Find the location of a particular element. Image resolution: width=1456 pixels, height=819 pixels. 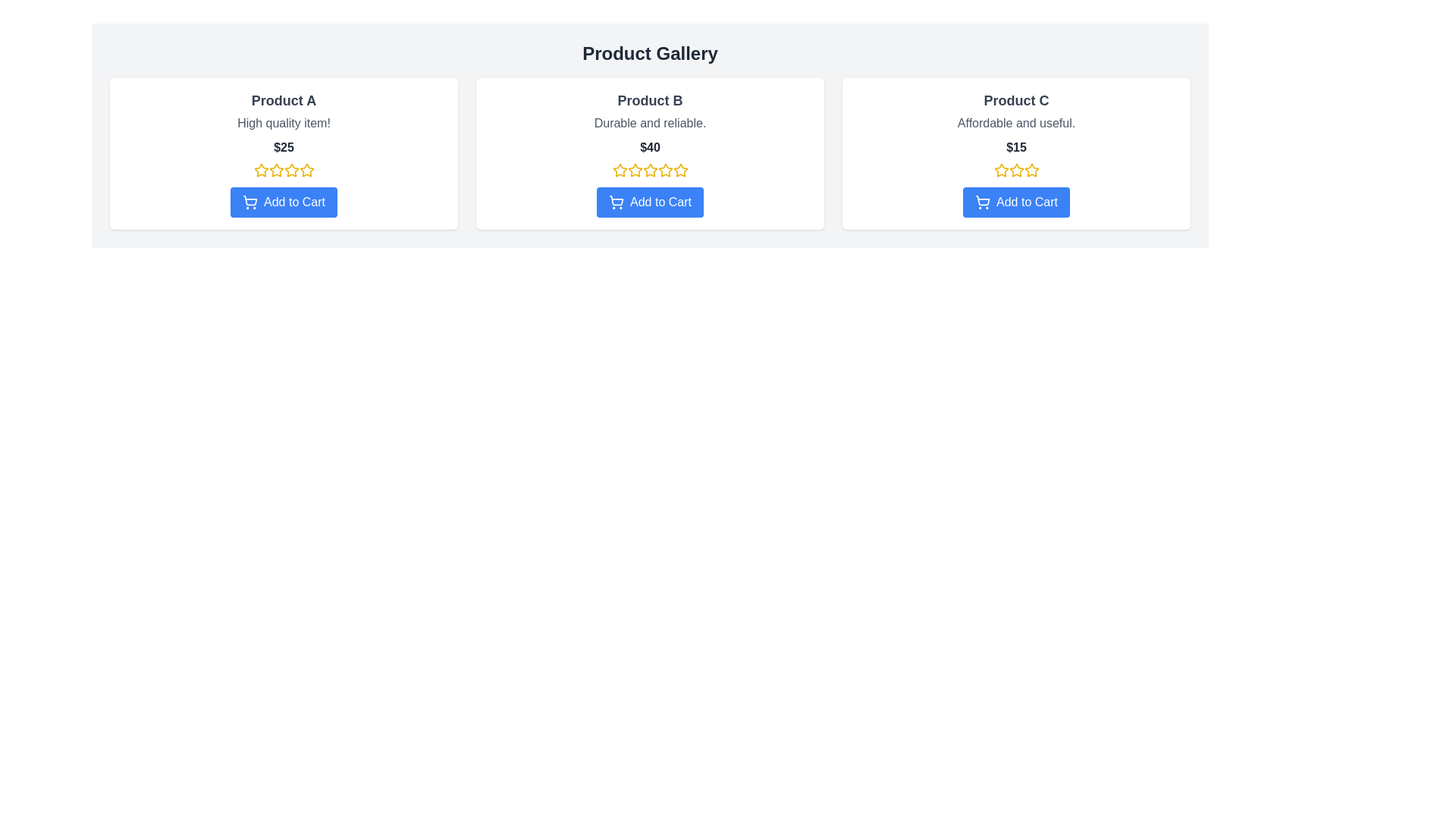

the first star icon in the rating system for 'Product B' to assign a rating is located at coordinates (620, 170).